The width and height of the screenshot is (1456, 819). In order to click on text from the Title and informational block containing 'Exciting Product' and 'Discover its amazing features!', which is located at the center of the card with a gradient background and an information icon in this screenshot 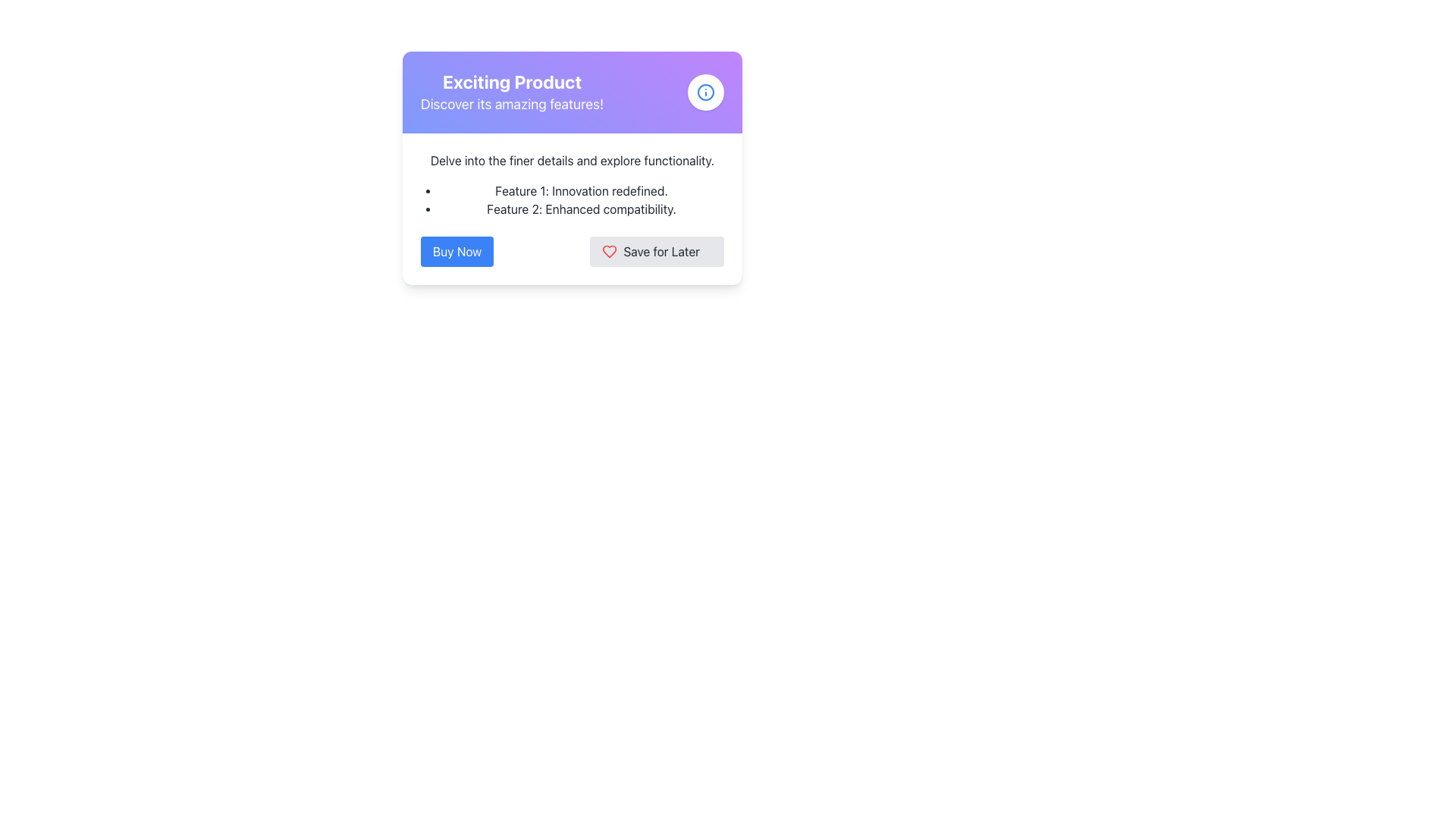, I will do `click(571, 93)`.